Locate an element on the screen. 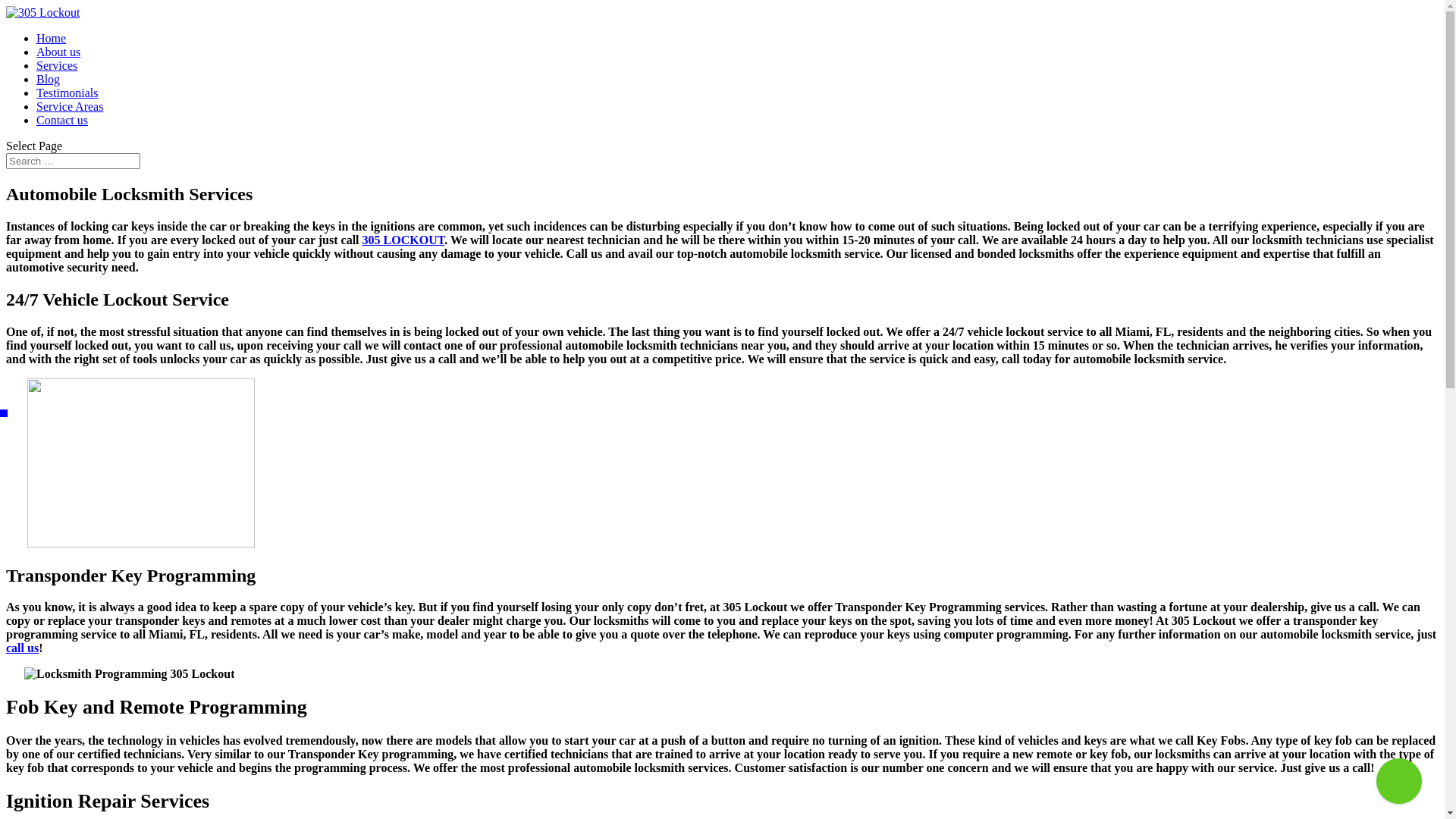  'Services' is located at coordinates (57, 64).